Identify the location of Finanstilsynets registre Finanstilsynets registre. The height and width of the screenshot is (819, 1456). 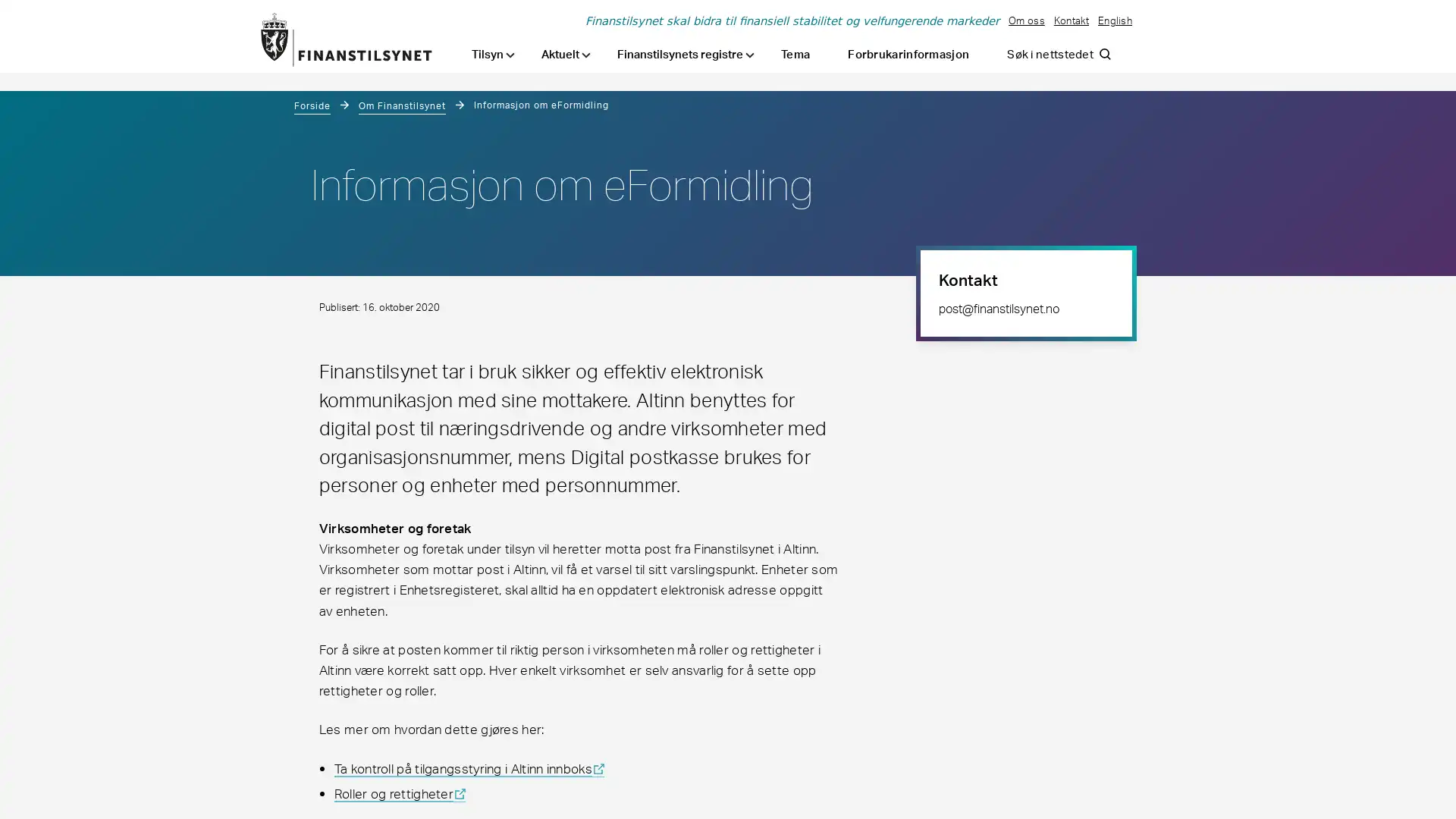
(685, 54).